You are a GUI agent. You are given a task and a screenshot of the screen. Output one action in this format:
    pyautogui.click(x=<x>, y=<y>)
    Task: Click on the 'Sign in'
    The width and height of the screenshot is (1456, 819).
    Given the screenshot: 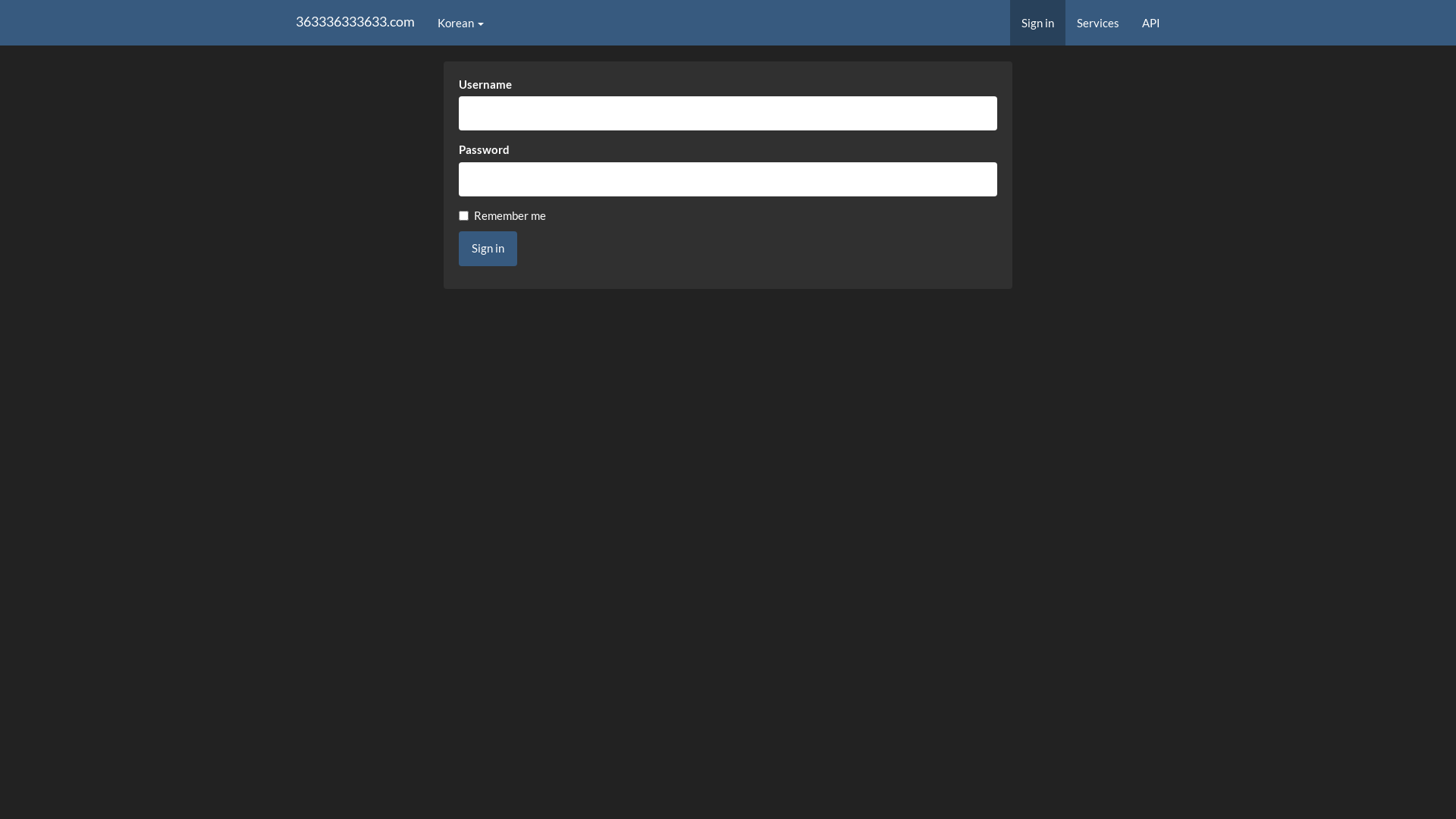 What is the action you would take?
    pyautogui.click(x=1009, y=23)
    